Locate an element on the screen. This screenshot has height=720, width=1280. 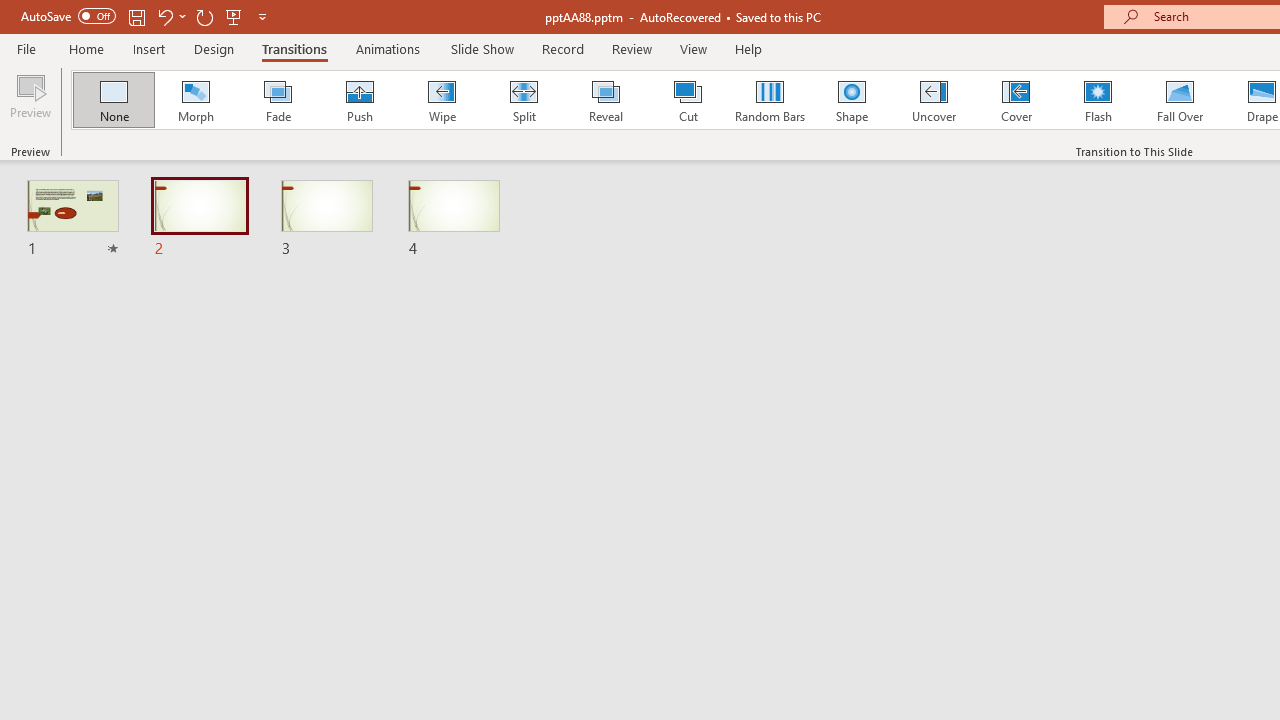
'Wipe' is located at coordinates (440, 100).